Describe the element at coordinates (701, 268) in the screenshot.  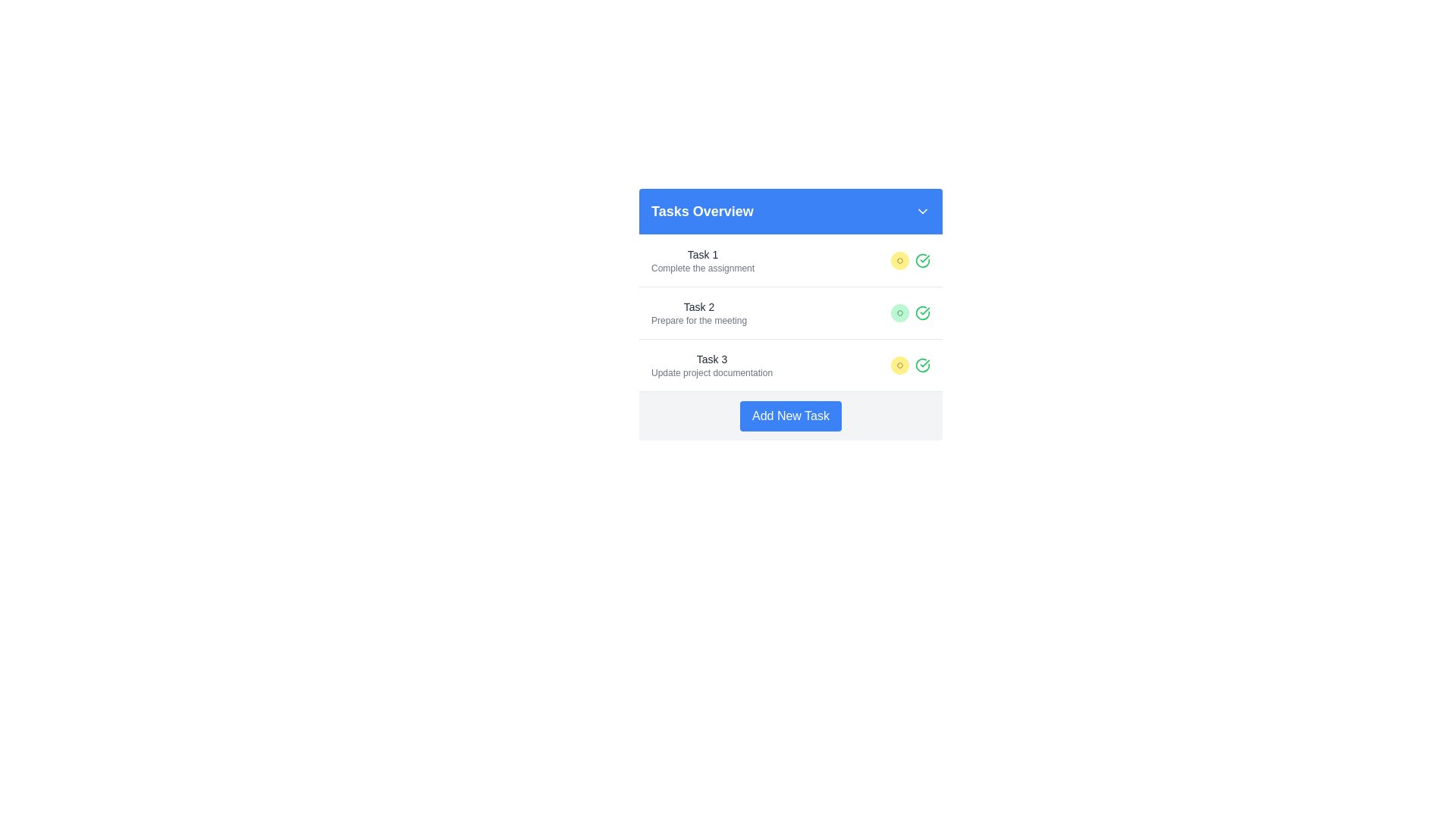
I see `the text label providing a brief description of 'Task 1', which is located beneath the 'Task 1' header in the task listing interface` at that location.